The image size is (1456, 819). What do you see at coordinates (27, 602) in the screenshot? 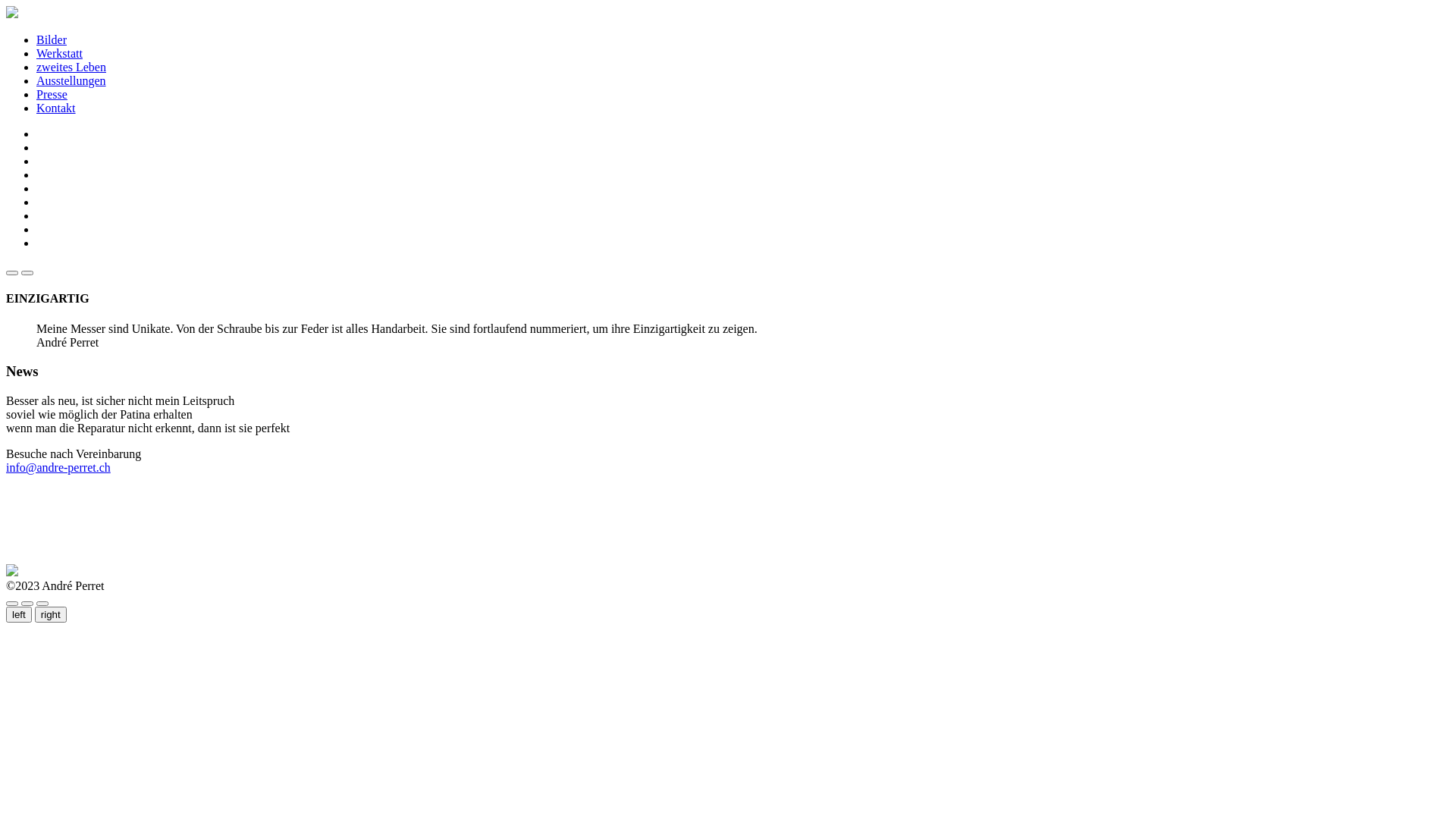
I see `'Toggle fullscreen'` at bounding box center [27, 602].